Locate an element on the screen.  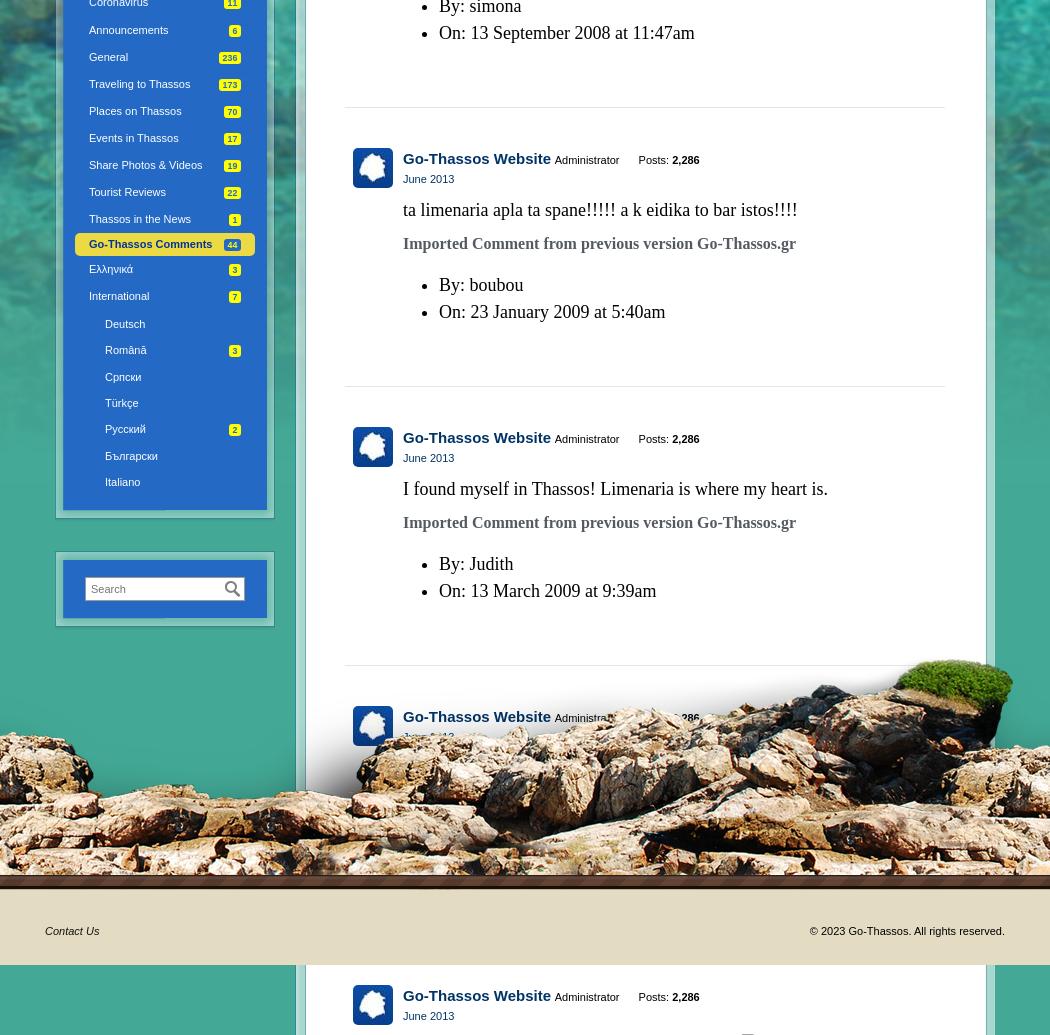
'173' is located at coordinates (229, 84).